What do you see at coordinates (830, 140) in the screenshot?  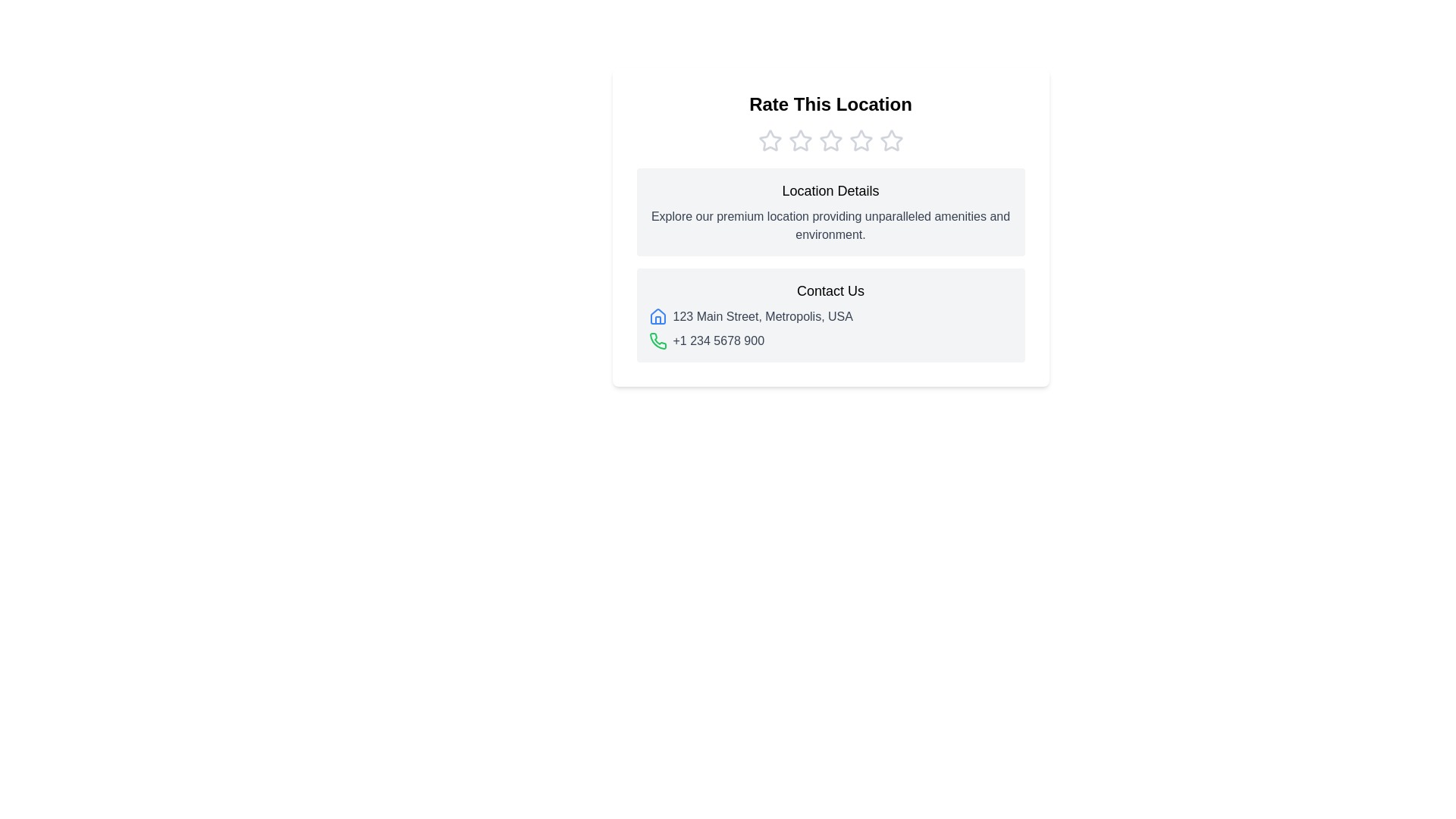 I see `the star icon of the Rating component located below 'Rate This Location'` at bounding box center [830, 140].